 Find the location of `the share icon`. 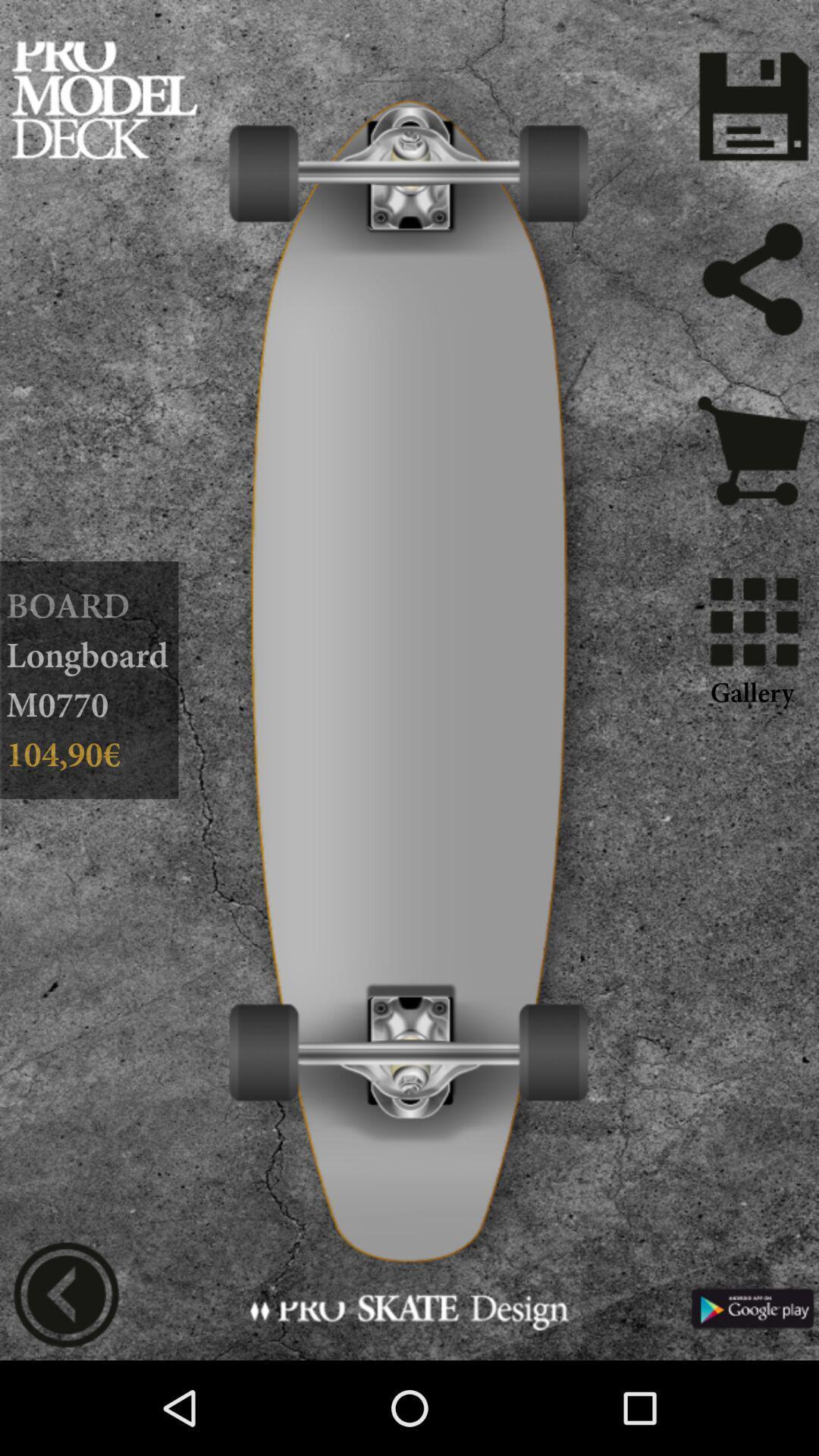

the share icon is located at coordinates (752, 297).